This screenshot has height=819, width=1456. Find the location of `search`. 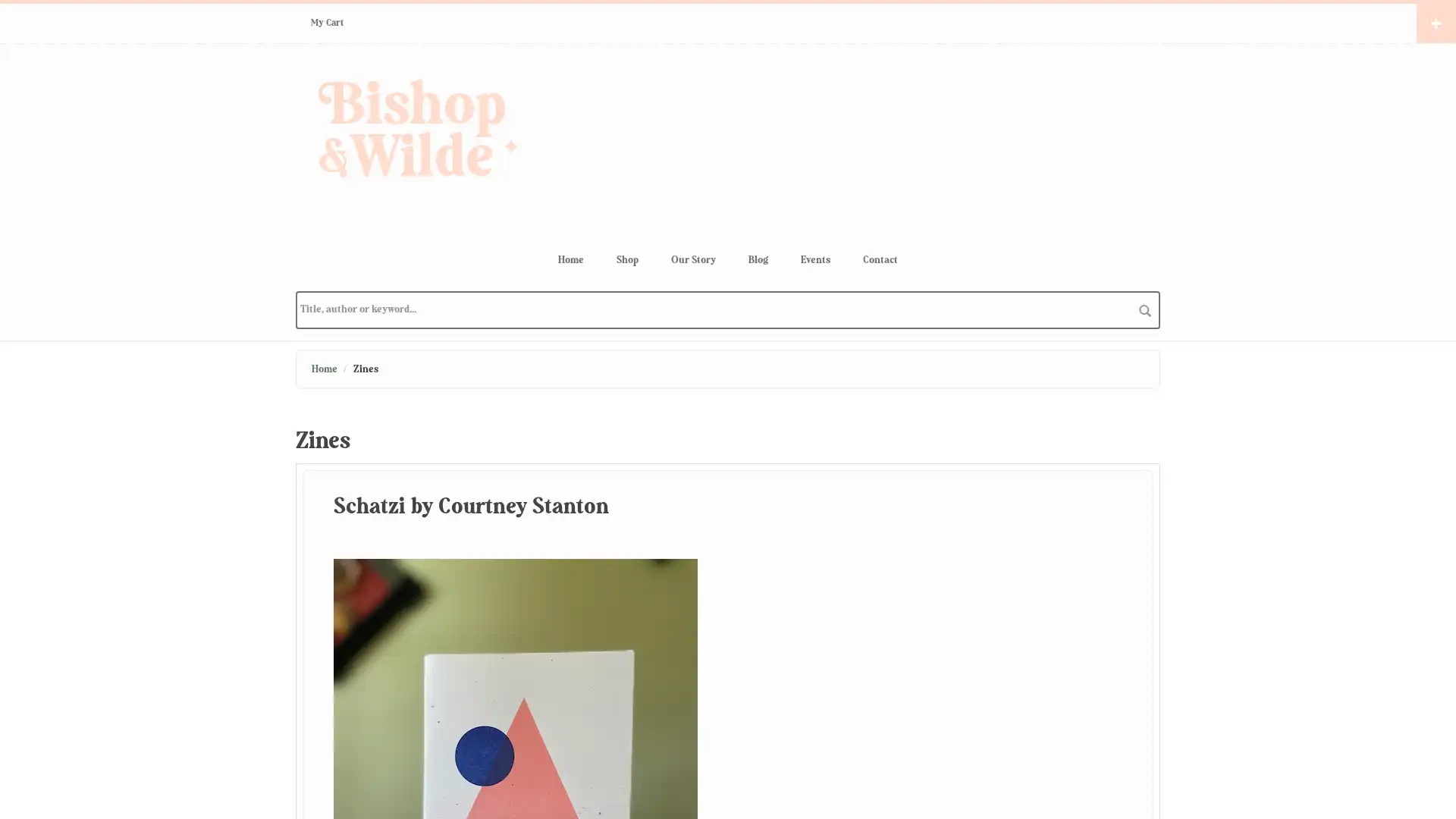

search is located at coordinates (1145, 309).